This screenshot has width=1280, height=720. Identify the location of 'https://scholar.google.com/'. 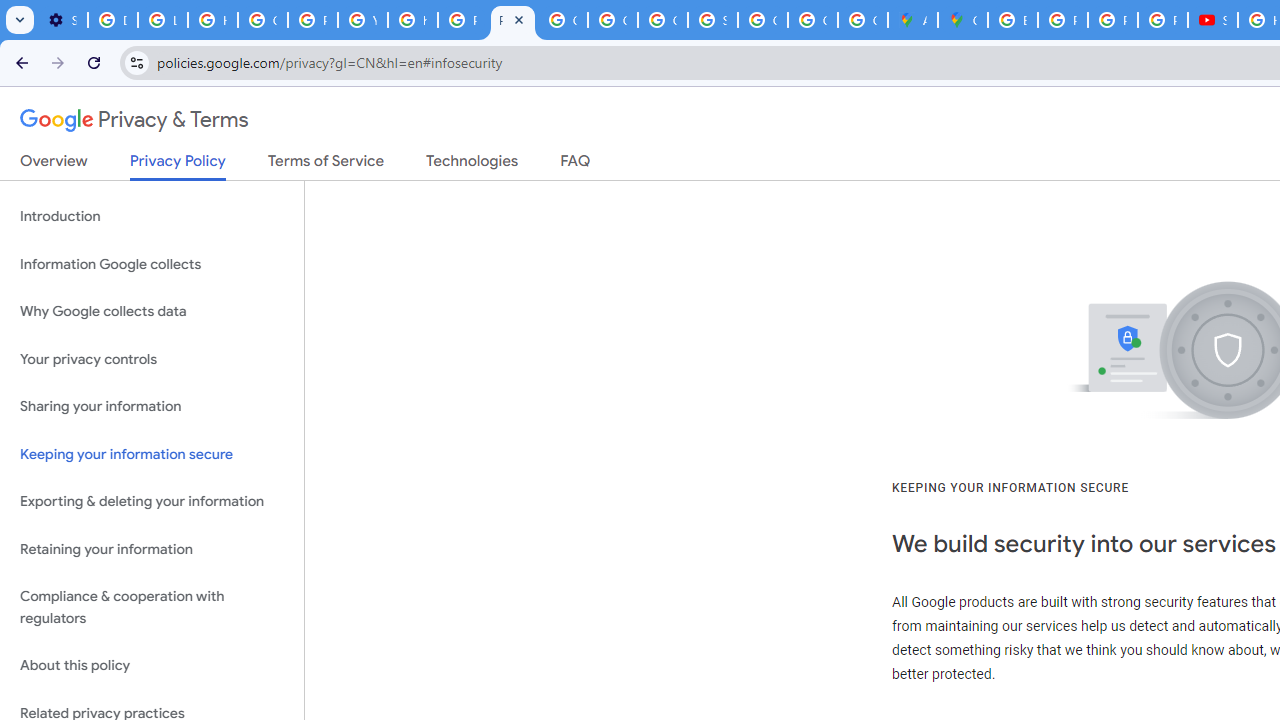
(411, 20).